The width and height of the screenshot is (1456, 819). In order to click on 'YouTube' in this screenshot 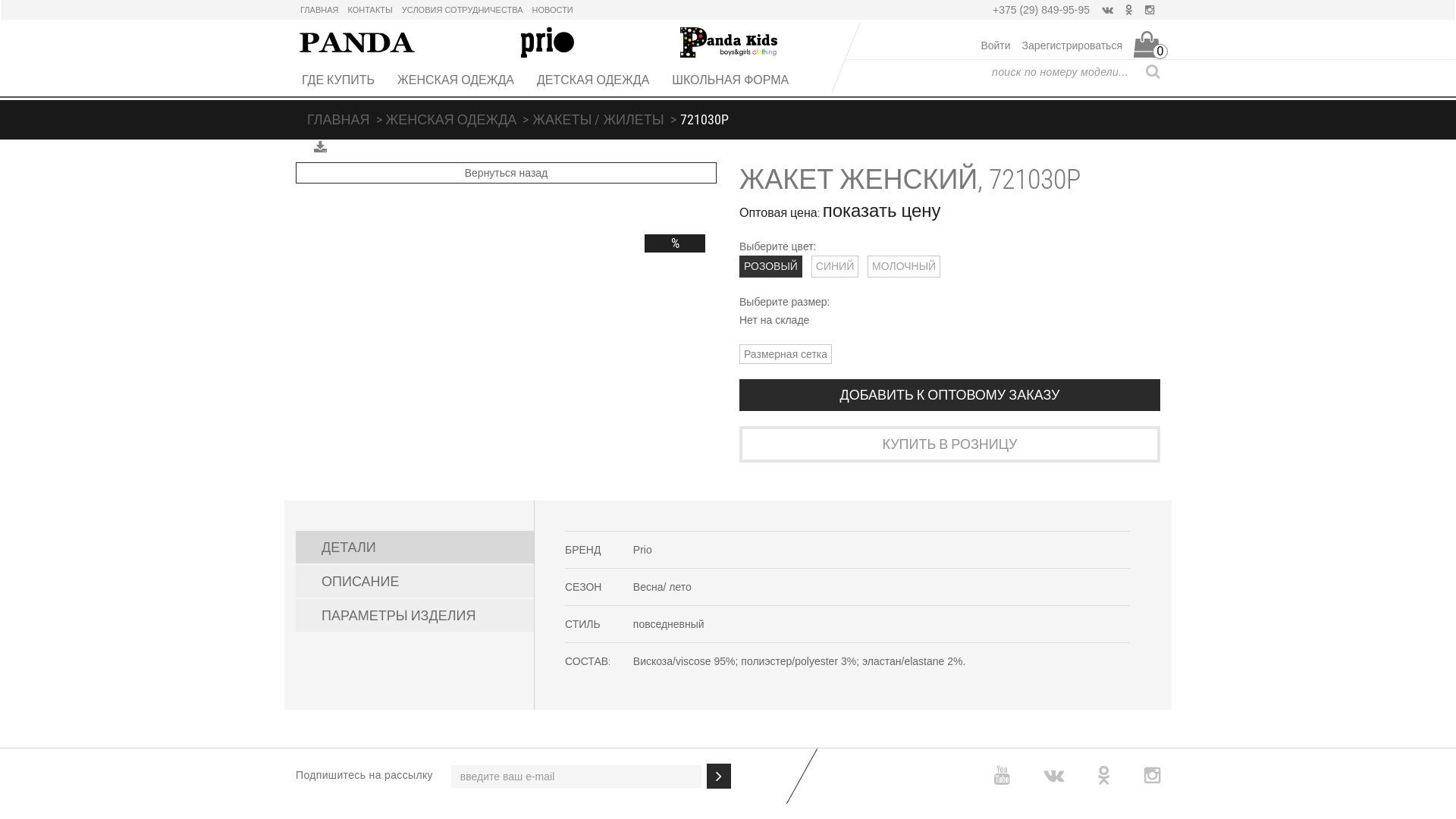, I will do `click(1002, 775)`.